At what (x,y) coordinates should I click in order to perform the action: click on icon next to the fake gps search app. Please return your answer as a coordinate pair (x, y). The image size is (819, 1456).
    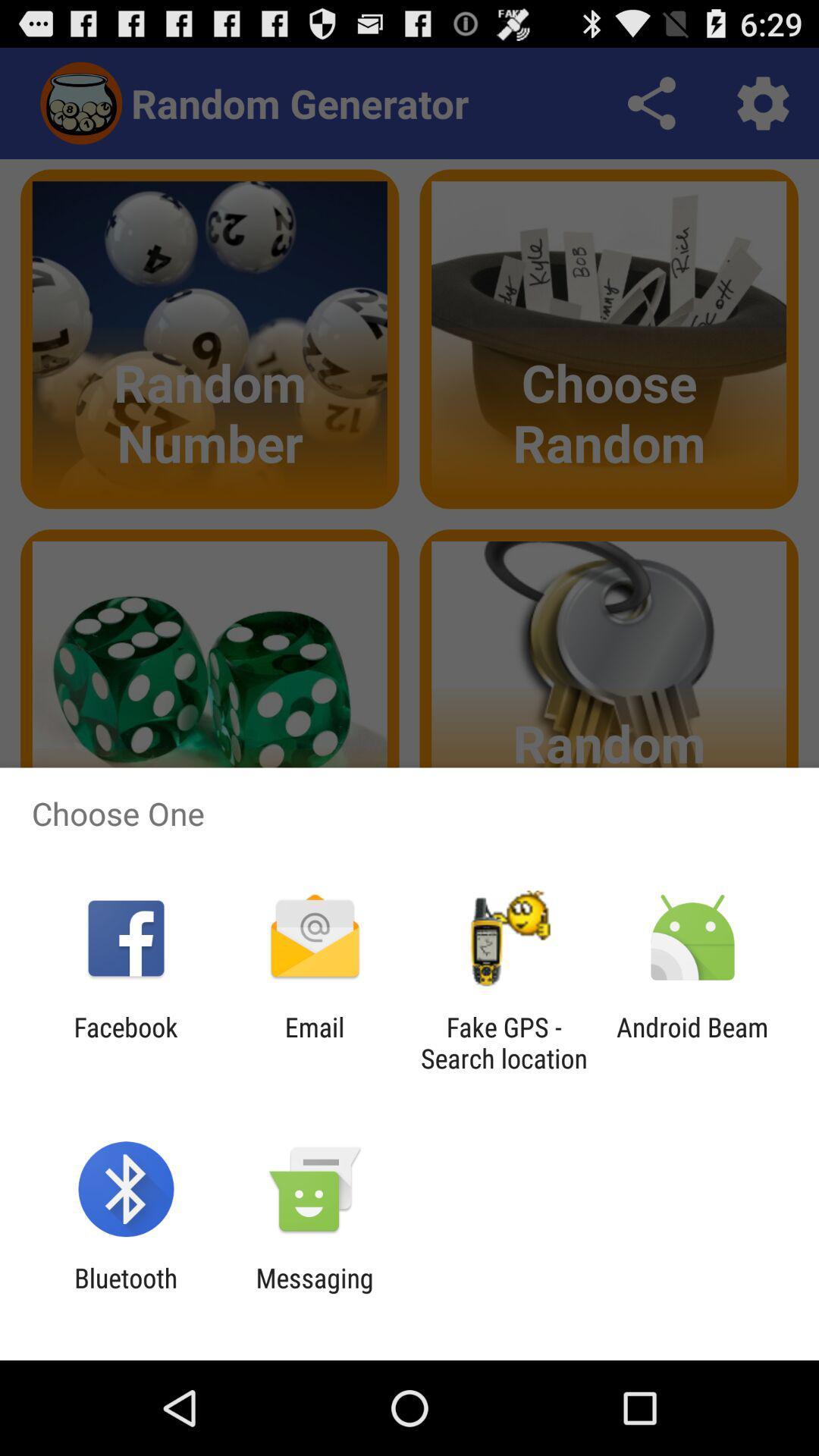
    Looking at the image, I should click on (314, 1042).